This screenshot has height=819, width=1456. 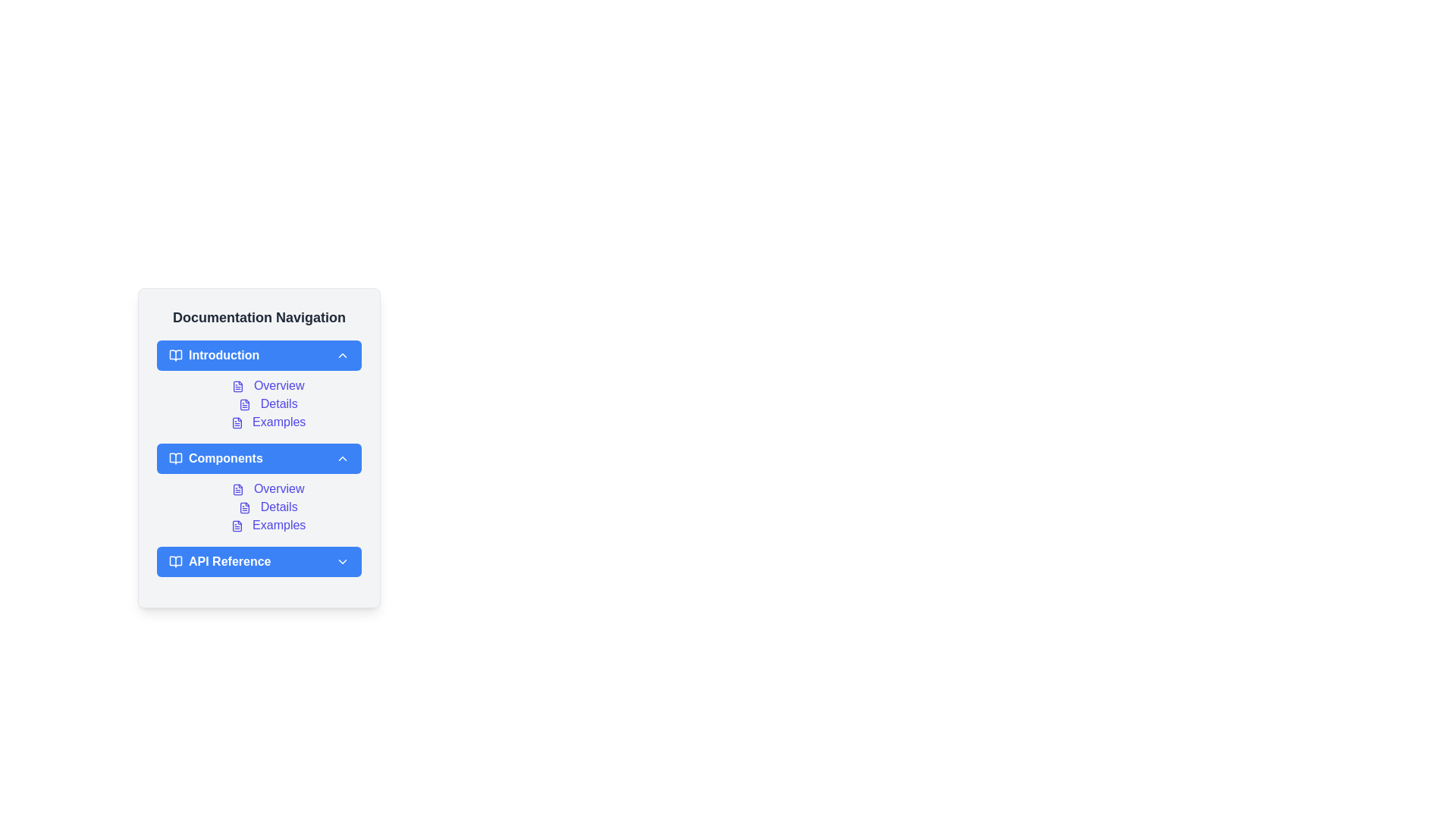 What do you see at coordinates (175, 561) in the screenshot?
I see `the 'API Reference' icon in the navigation menu, located to the left of the section label text` at bounding box center [175, 561].